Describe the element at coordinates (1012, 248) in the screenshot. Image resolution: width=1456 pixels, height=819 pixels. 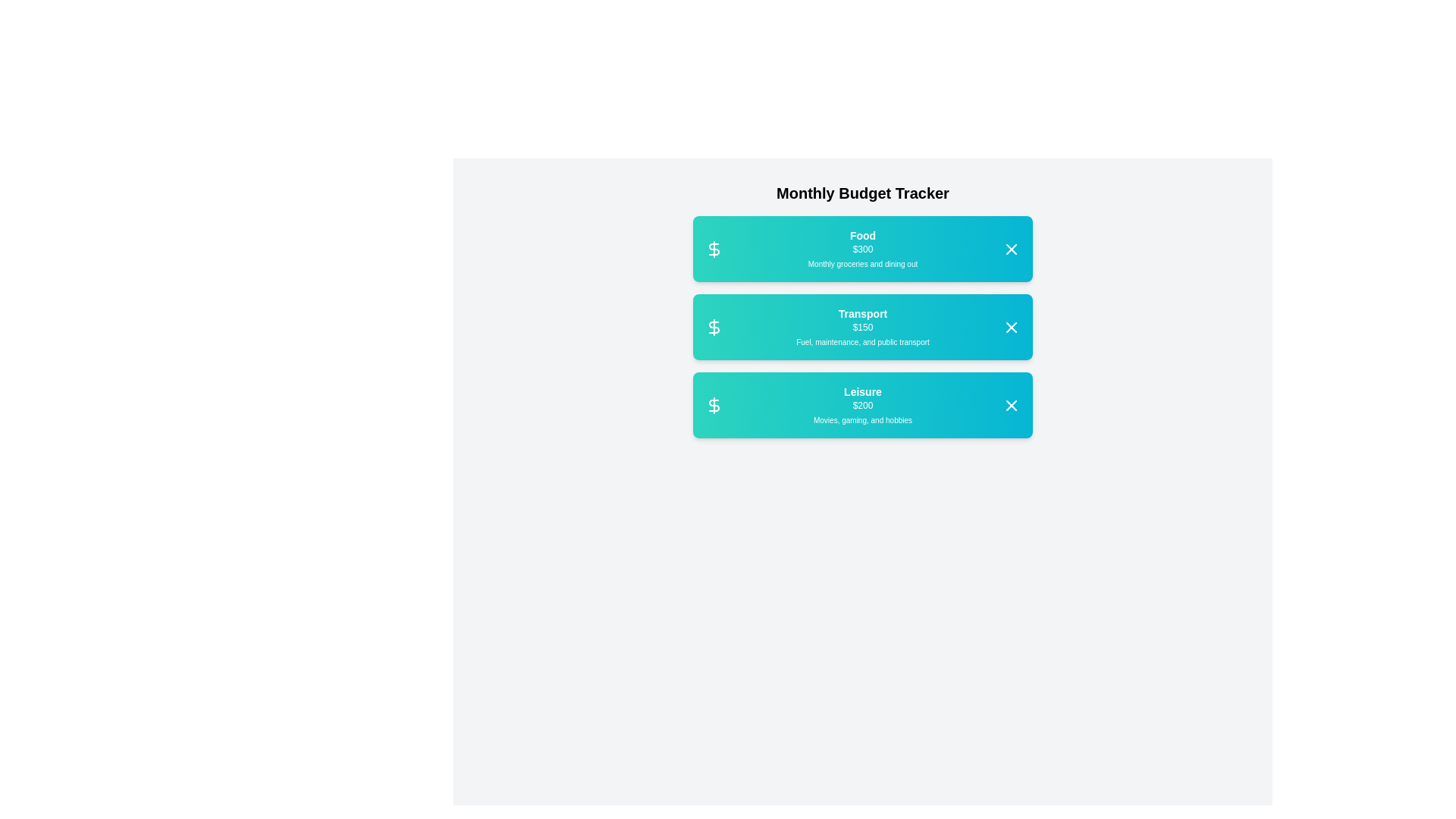
I see `close button for the category Food` at that location.